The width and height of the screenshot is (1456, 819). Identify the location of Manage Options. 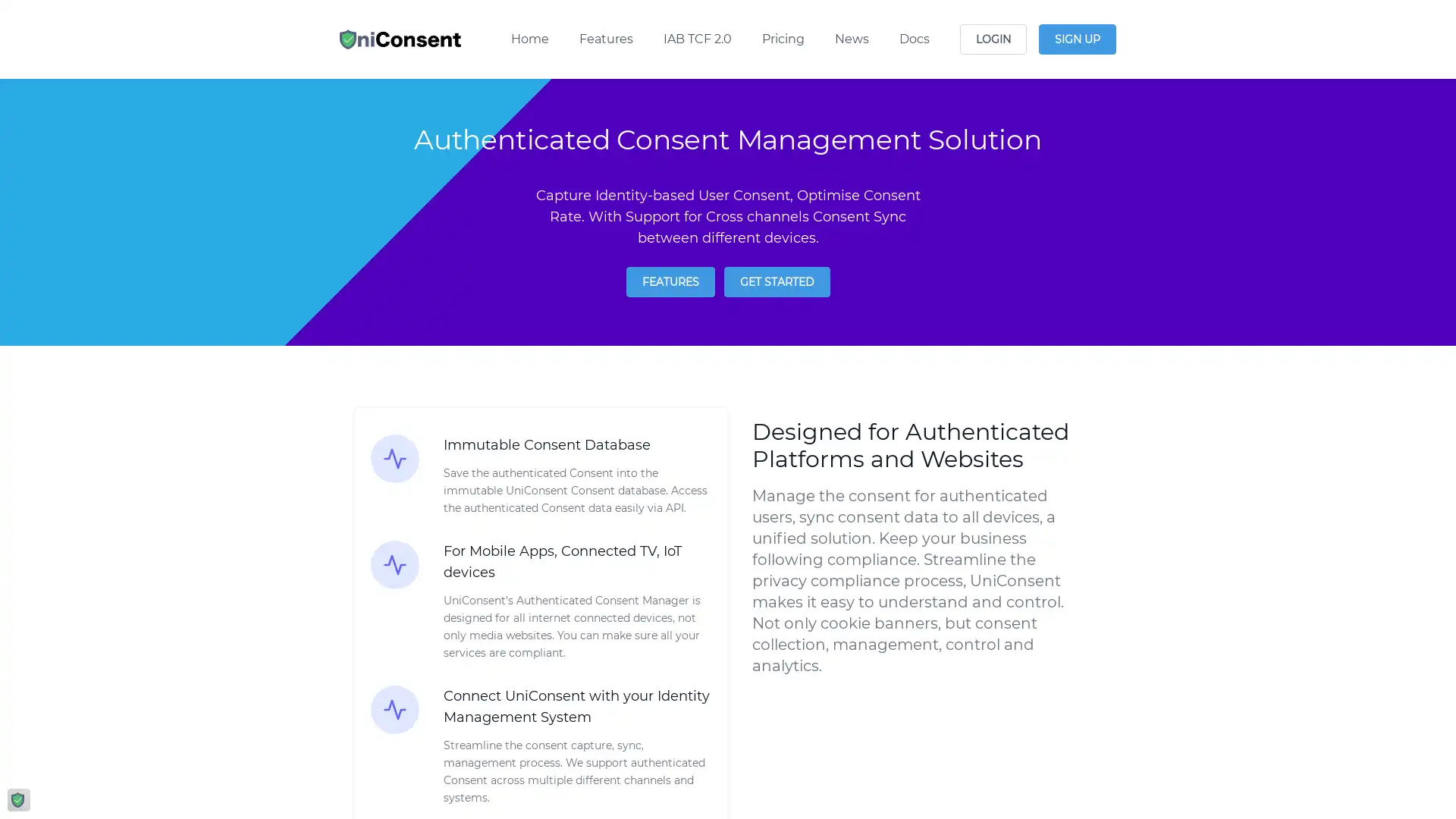
(89, 791).